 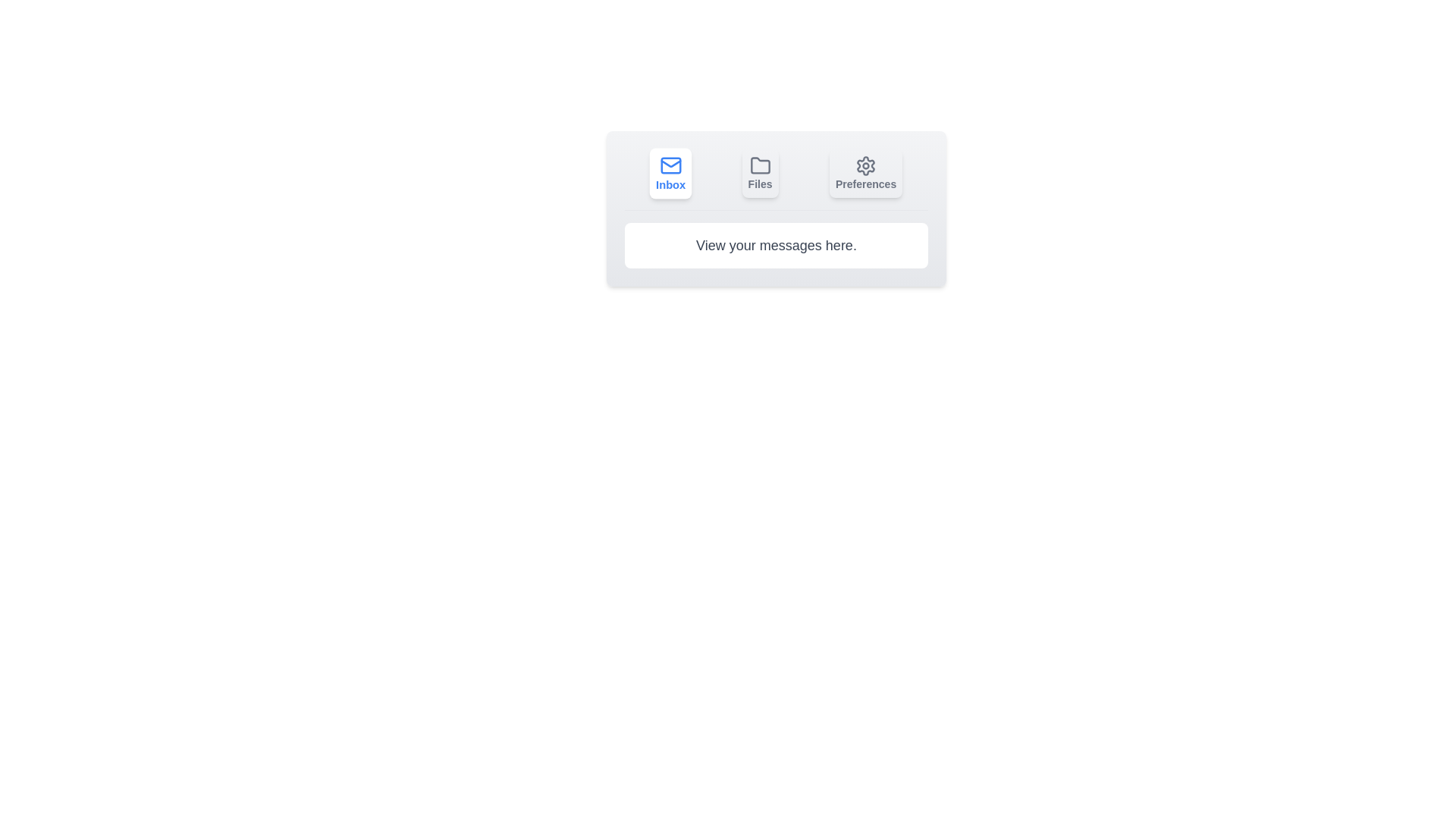 What do you see at coordinates (760, 184) in the screenshot?
I see `the 'Files' label, which is a textual label displayed in a dark font on a light background, located beneath a folder icon and is the second item in a group of three options (Inbox, Files, Preferences)` at bounding box center [760, 184].